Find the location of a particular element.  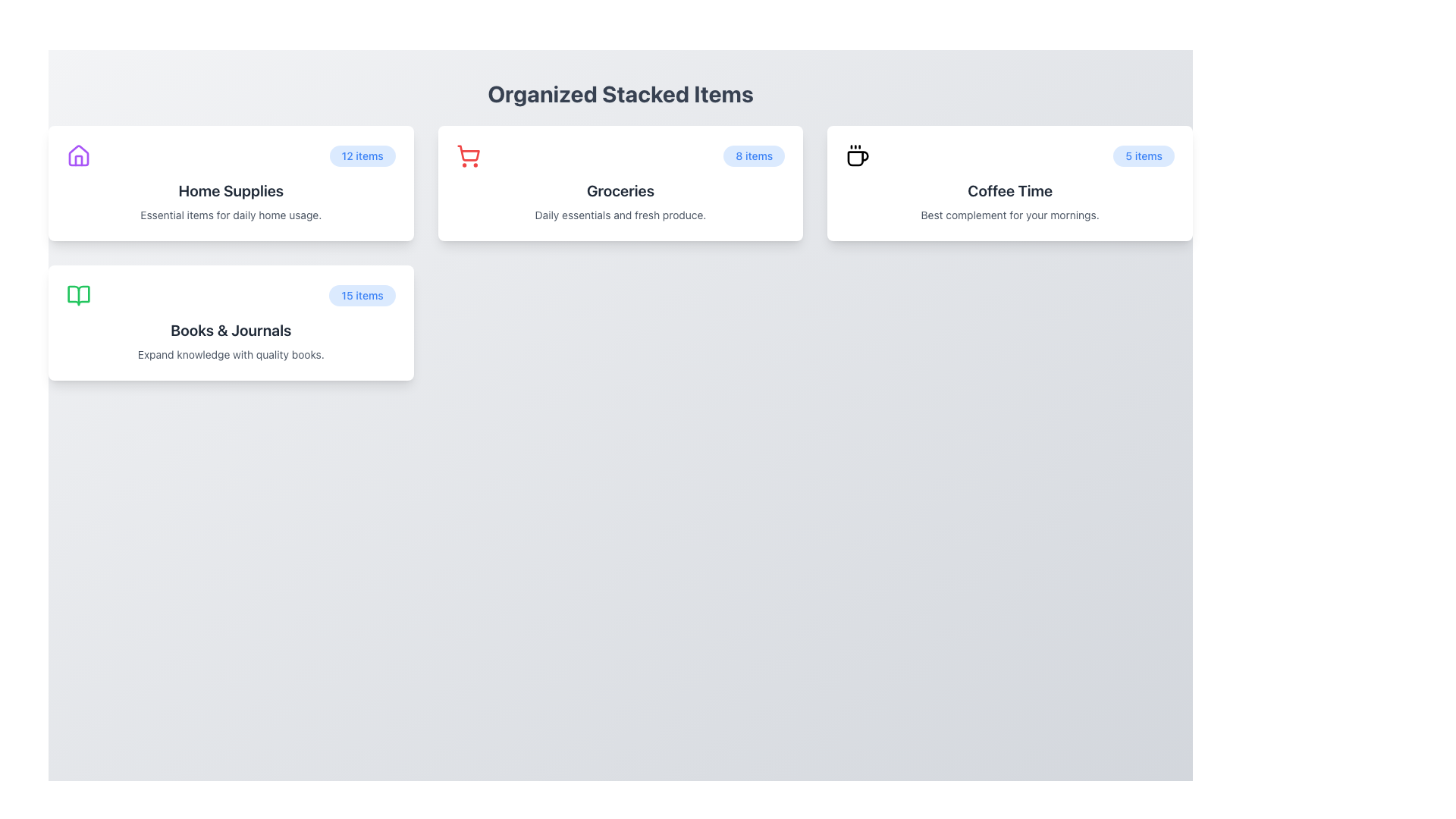

the decorative icon associated with the 'Coffee Time' category, located to the left of the 'Coffee Time' text is located at coordinates (858, 155).